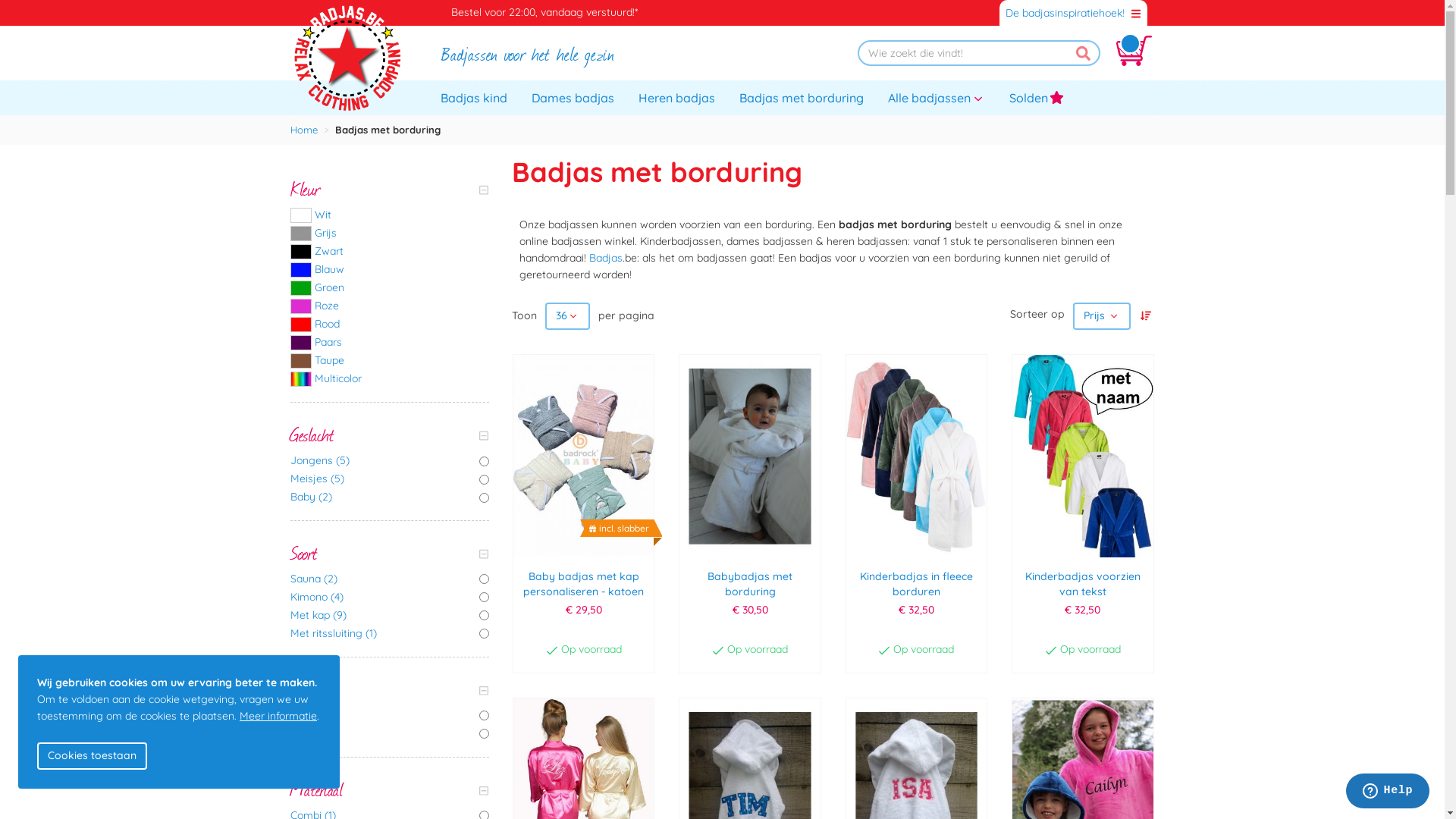 The width and height of the screenshot is (1456, 819). Describe the element at coordinates (91, 755) in the screenshot. I see `'Cookies toestaan'` at that location.